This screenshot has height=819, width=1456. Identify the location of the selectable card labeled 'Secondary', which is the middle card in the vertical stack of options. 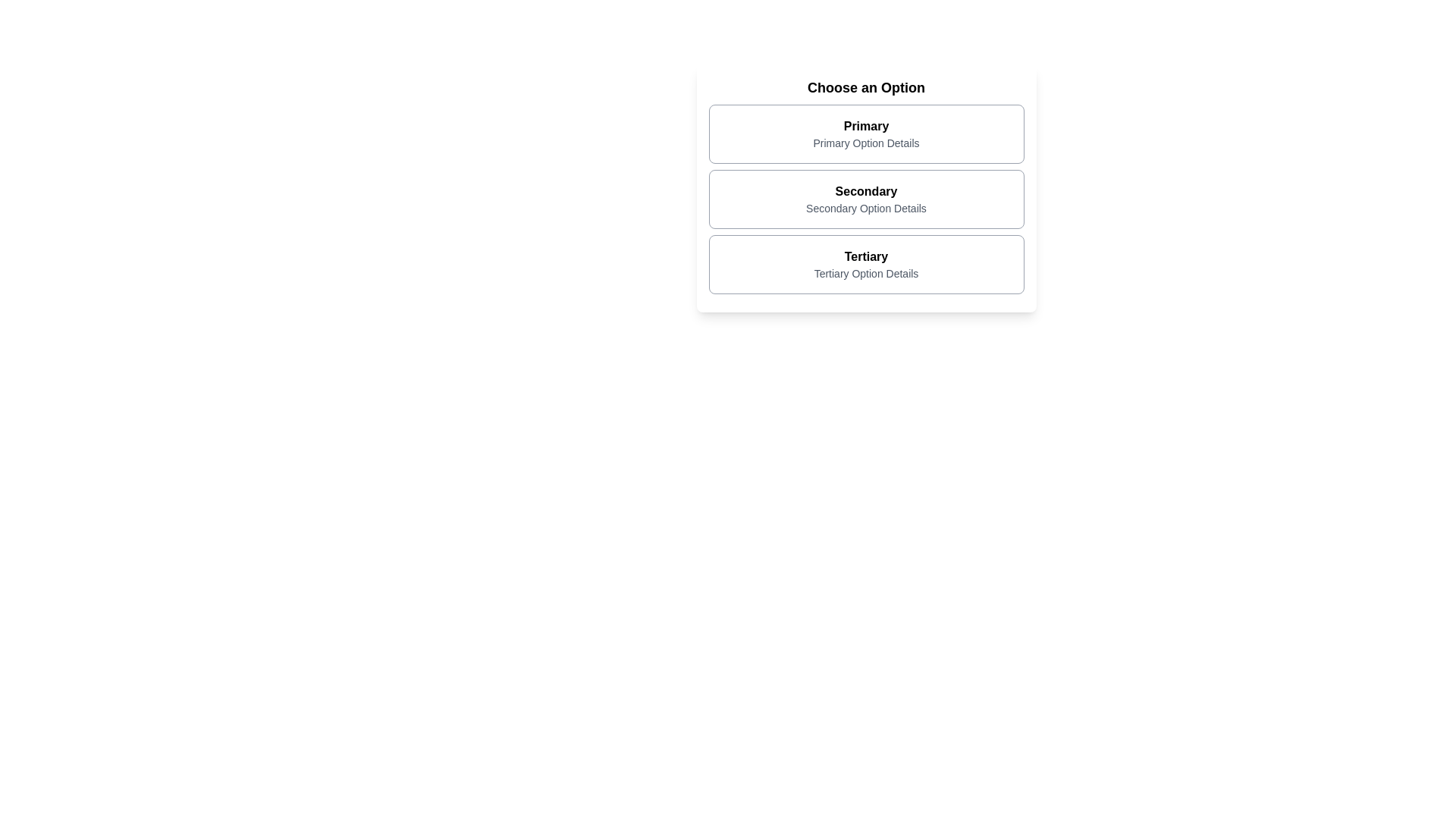
(866, 198).